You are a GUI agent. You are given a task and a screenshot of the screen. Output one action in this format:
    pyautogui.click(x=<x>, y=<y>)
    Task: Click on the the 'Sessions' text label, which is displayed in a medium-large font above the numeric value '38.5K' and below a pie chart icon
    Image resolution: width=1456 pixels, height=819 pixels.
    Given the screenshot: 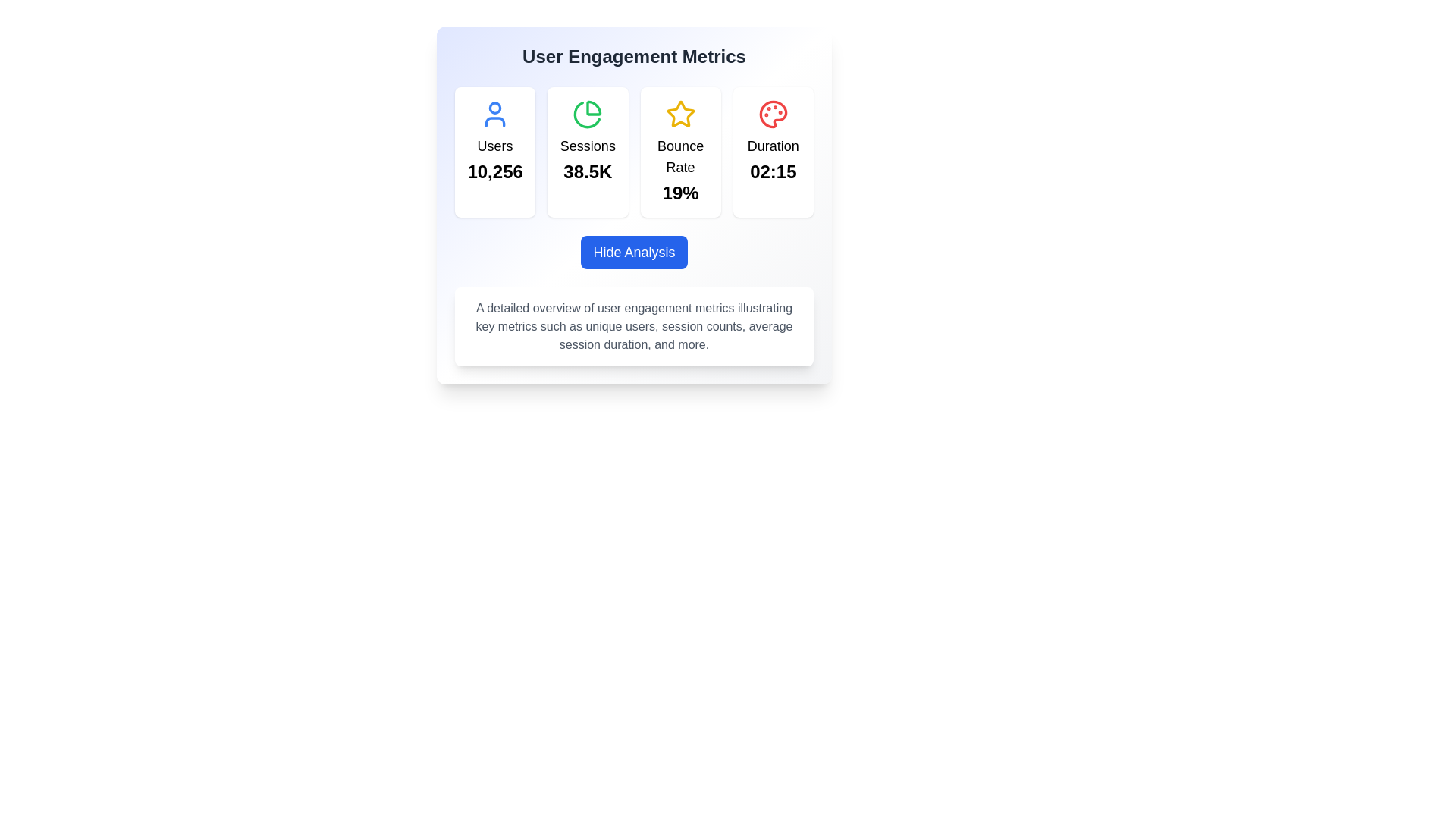 What is the action you would take?
    pyautogui.click(x=587, y=146)
    